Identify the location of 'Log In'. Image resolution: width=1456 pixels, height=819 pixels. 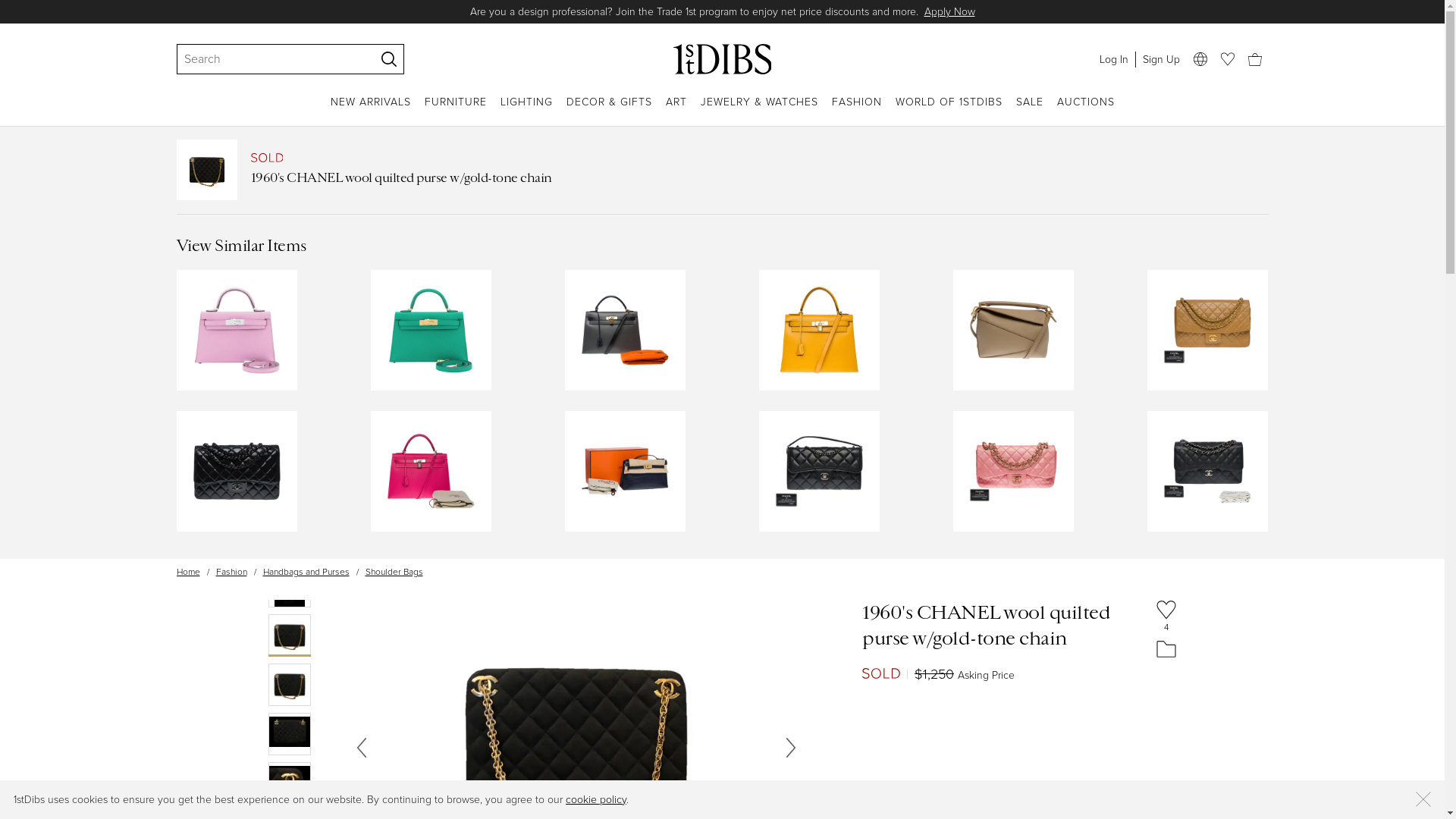
(1092, 58).